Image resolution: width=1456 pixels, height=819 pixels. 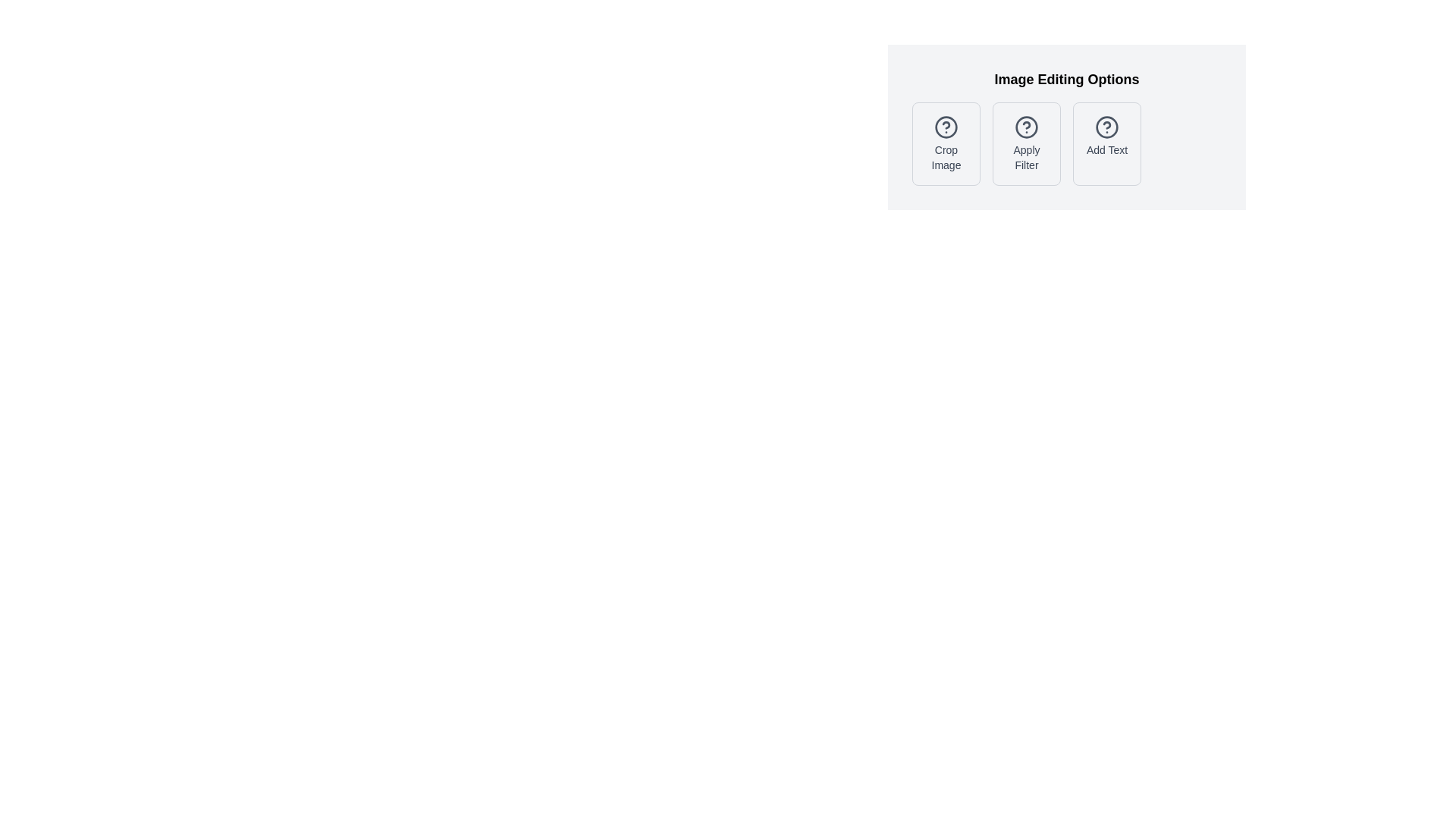 What do you see at coordinates (1026, 127) in the screenshot?
I see `the question mark icon enclosed within a circle, which is located at the top of the Apply Filter button in the Image Editing Options section` at bounding box center [1026, 127].